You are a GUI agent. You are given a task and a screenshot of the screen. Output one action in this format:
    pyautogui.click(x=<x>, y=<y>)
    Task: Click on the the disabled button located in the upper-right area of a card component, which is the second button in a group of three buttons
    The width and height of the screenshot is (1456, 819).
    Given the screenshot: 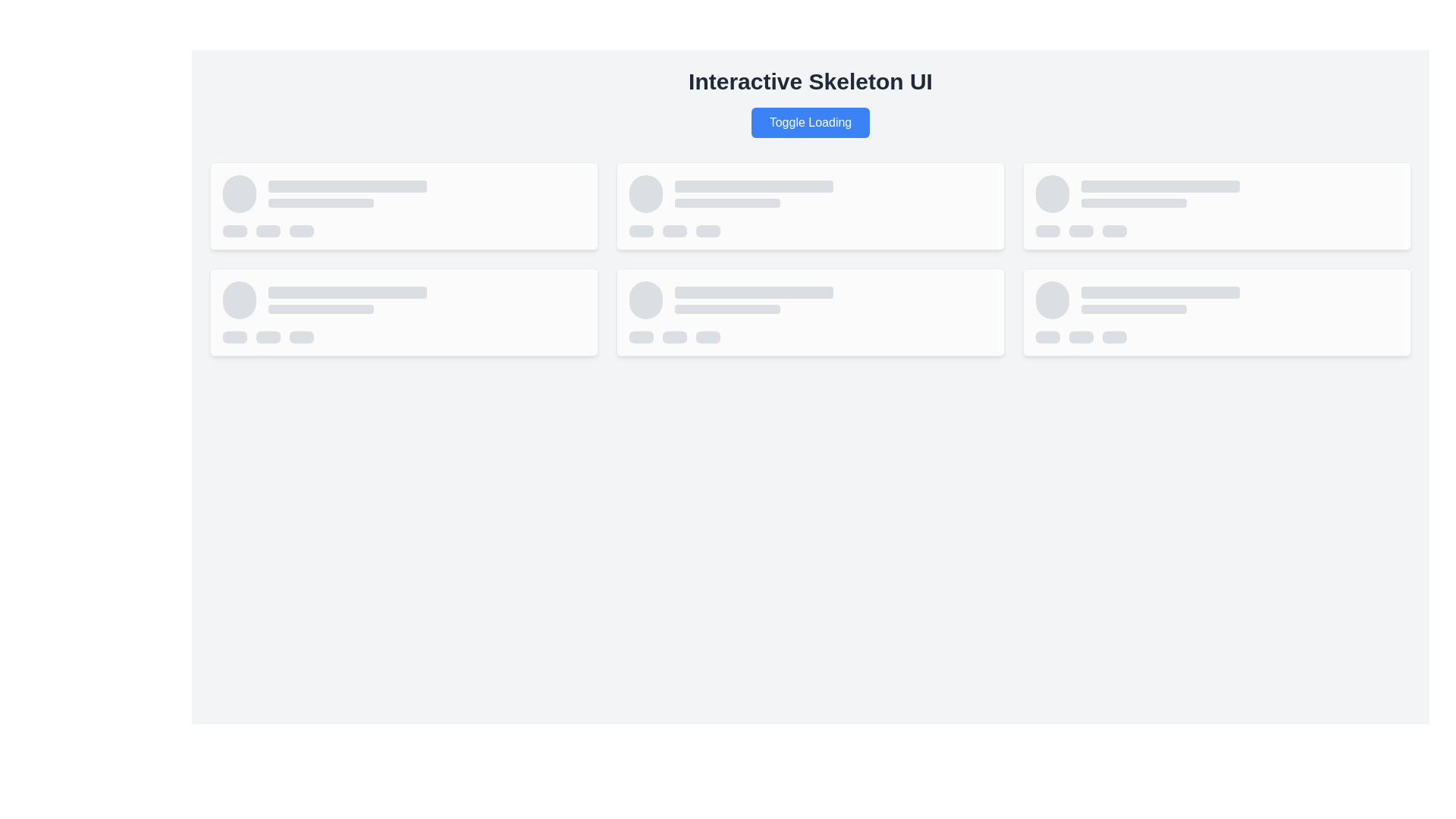 What is the action you would take?
    pyautogui.click(x=1080, y=231)
    